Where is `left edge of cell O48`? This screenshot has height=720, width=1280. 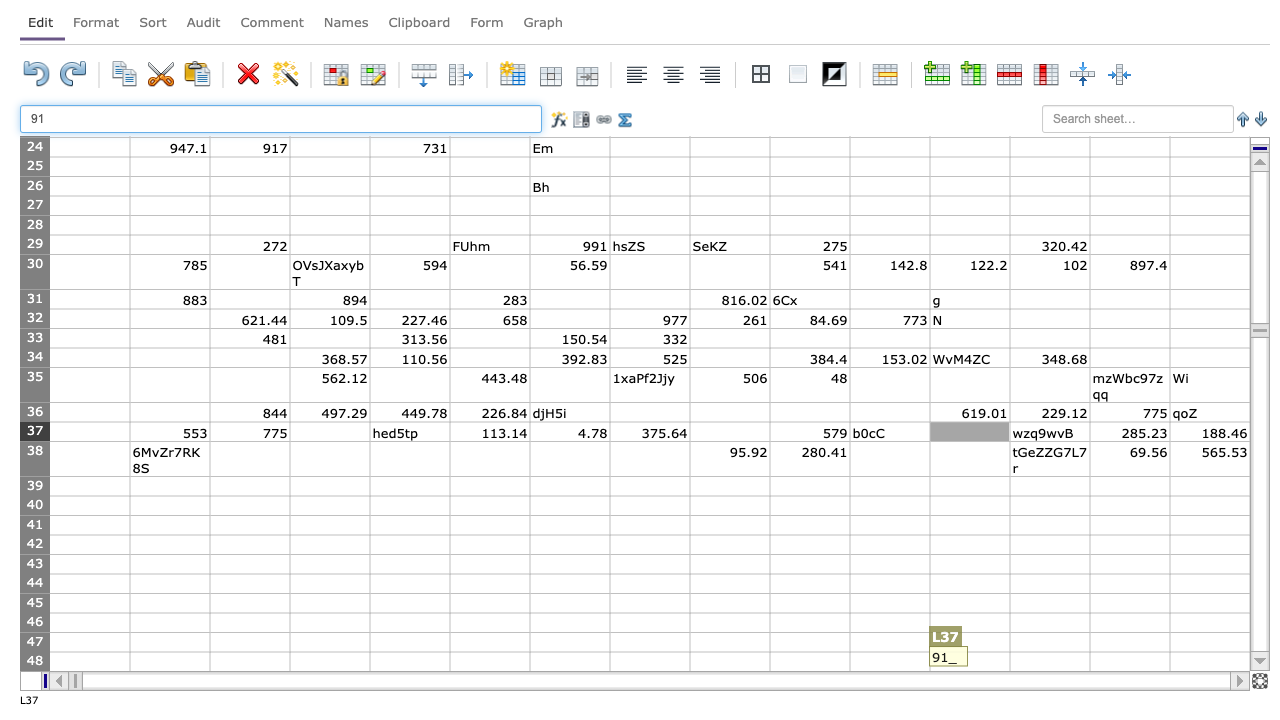
left edge of cell O48 is located at coordinates (1170, 661).